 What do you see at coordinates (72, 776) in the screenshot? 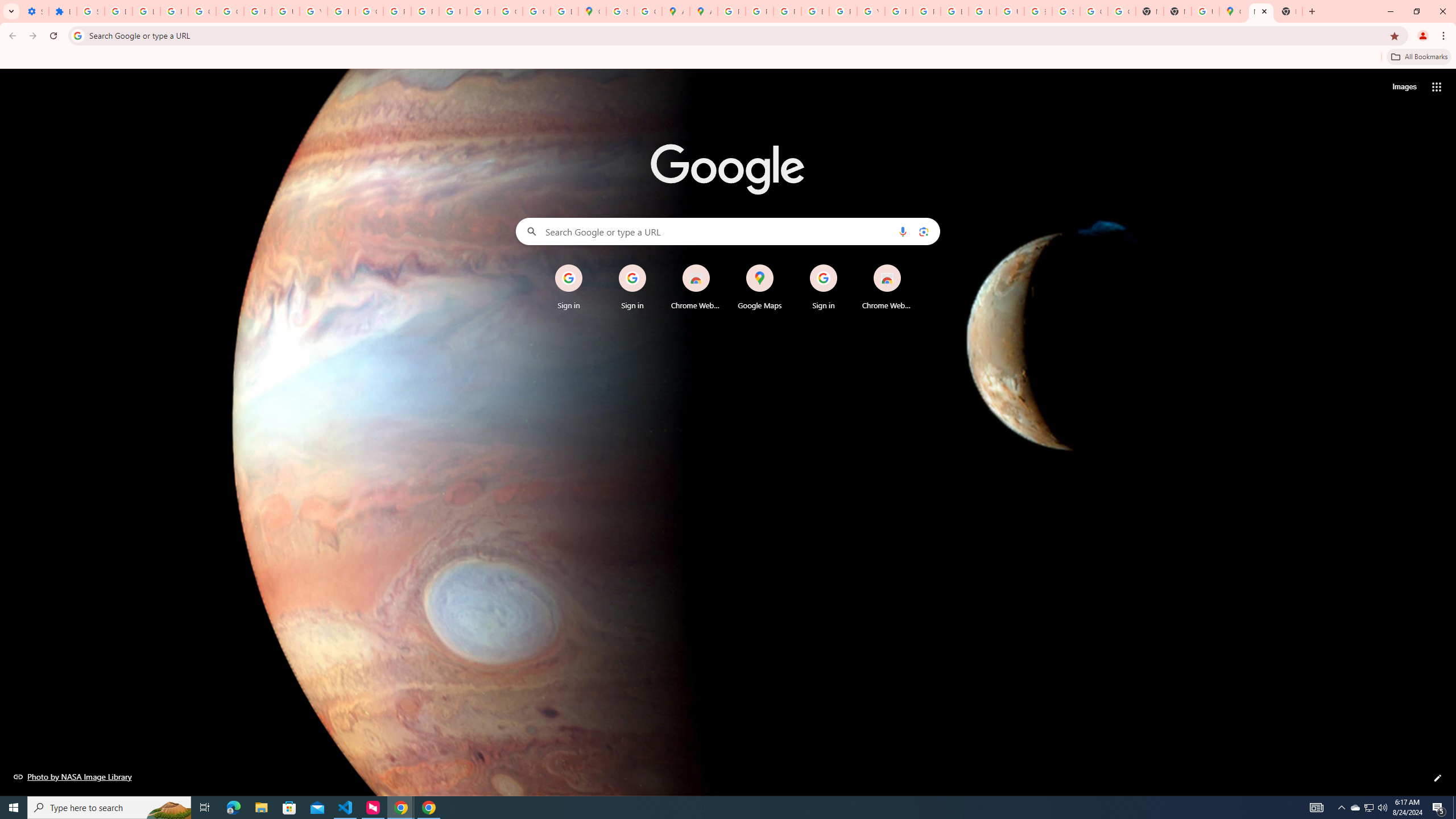
I see `'Photo by NASA Image Library'` at bounding box center [72, 776].